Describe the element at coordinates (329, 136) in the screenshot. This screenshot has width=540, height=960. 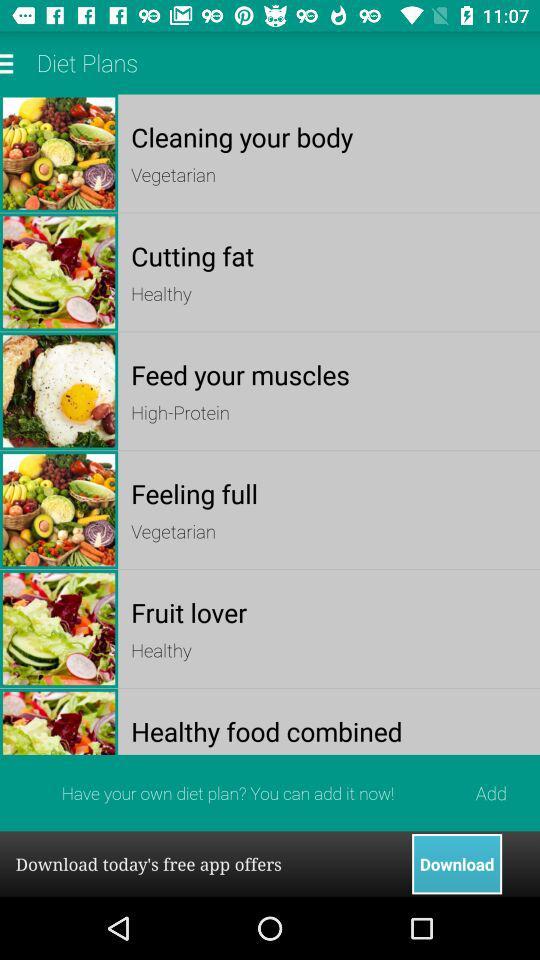
I see `the app below diet plans app` at that location.